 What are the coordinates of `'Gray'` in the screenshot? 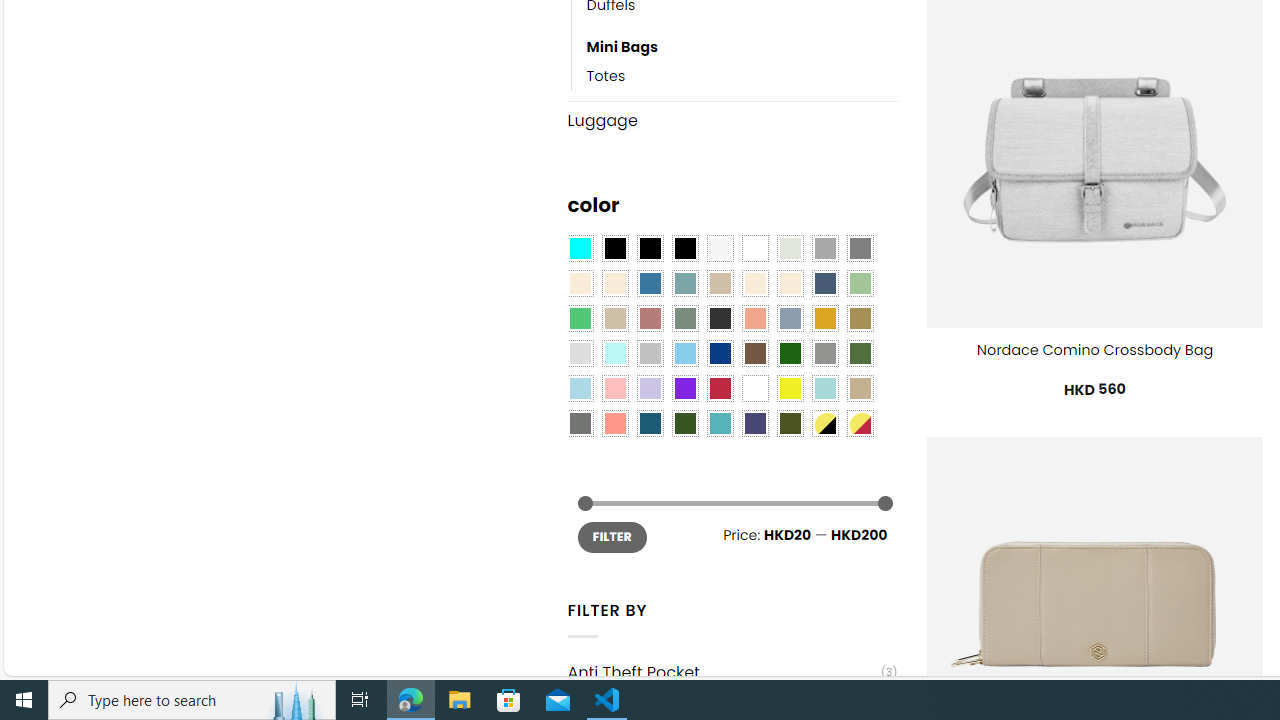 It's located at (824, 353).